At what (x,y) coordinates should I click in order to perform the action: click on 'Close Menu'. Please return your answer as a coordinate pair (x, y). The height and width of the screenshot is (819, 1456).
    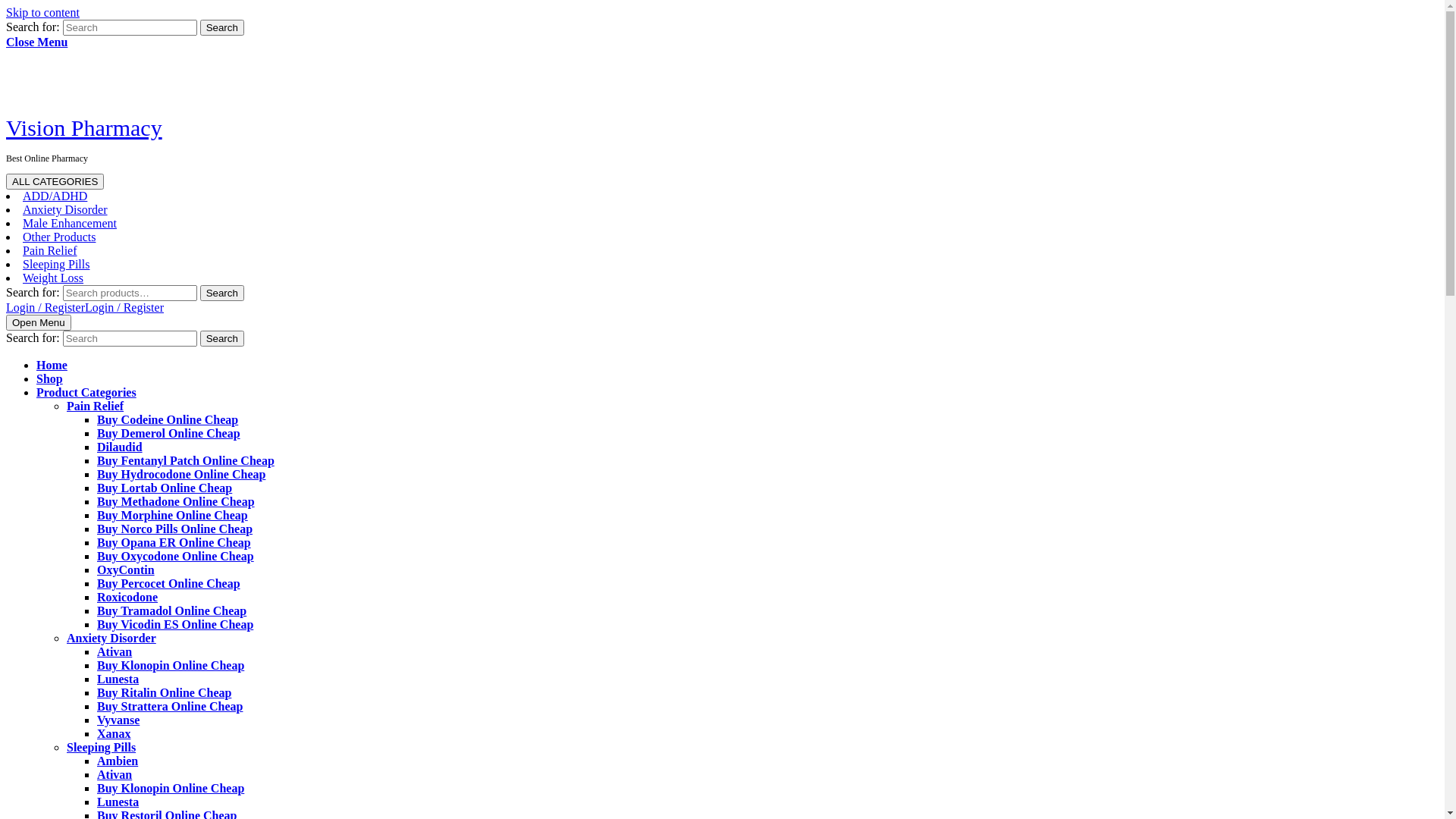
    Looking at the image, I should click on (36, 41).